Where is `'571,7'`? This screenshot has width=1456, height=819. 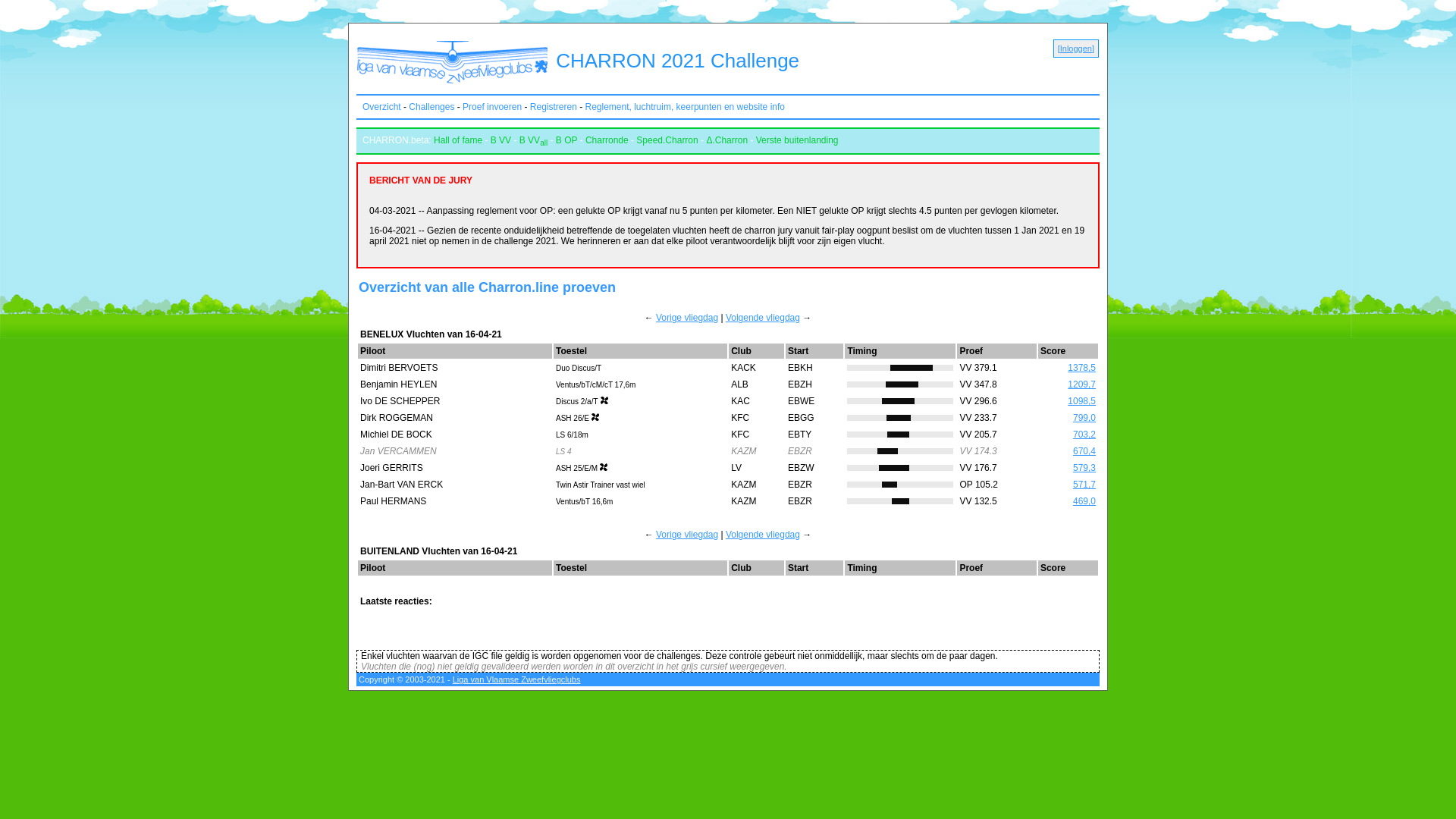
'571,7' is located at coordinates (1084, 485).